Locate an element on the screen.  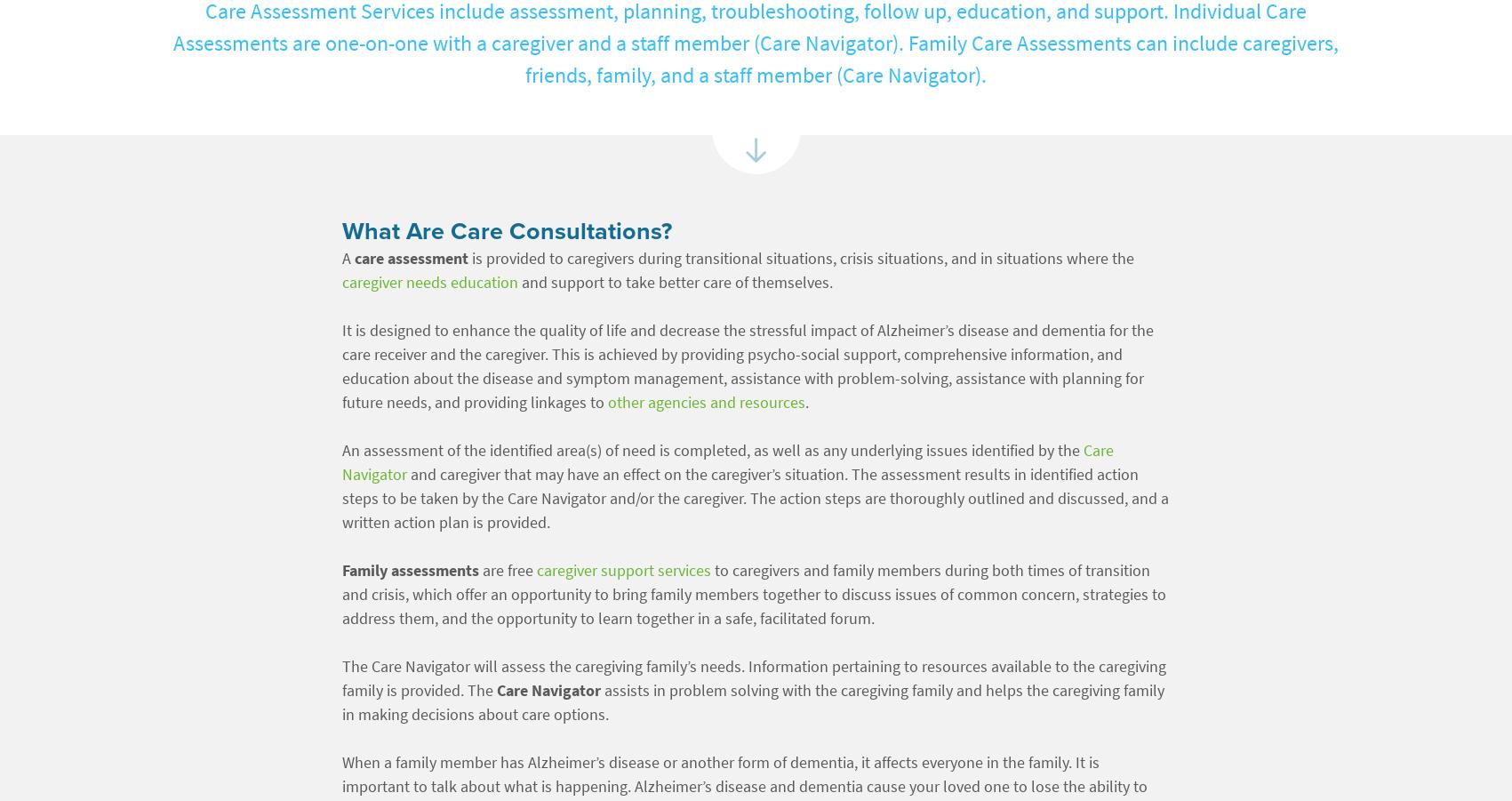
'and caregiver that may have an effect on the caregiver’s situation. The assessment results in identified action steps to be taken by the Care Navigator and/or the caregiver. The action steps are thoroughly outlined and discussed, and a written action plan is provided.' is located at coordinates (340, 497).